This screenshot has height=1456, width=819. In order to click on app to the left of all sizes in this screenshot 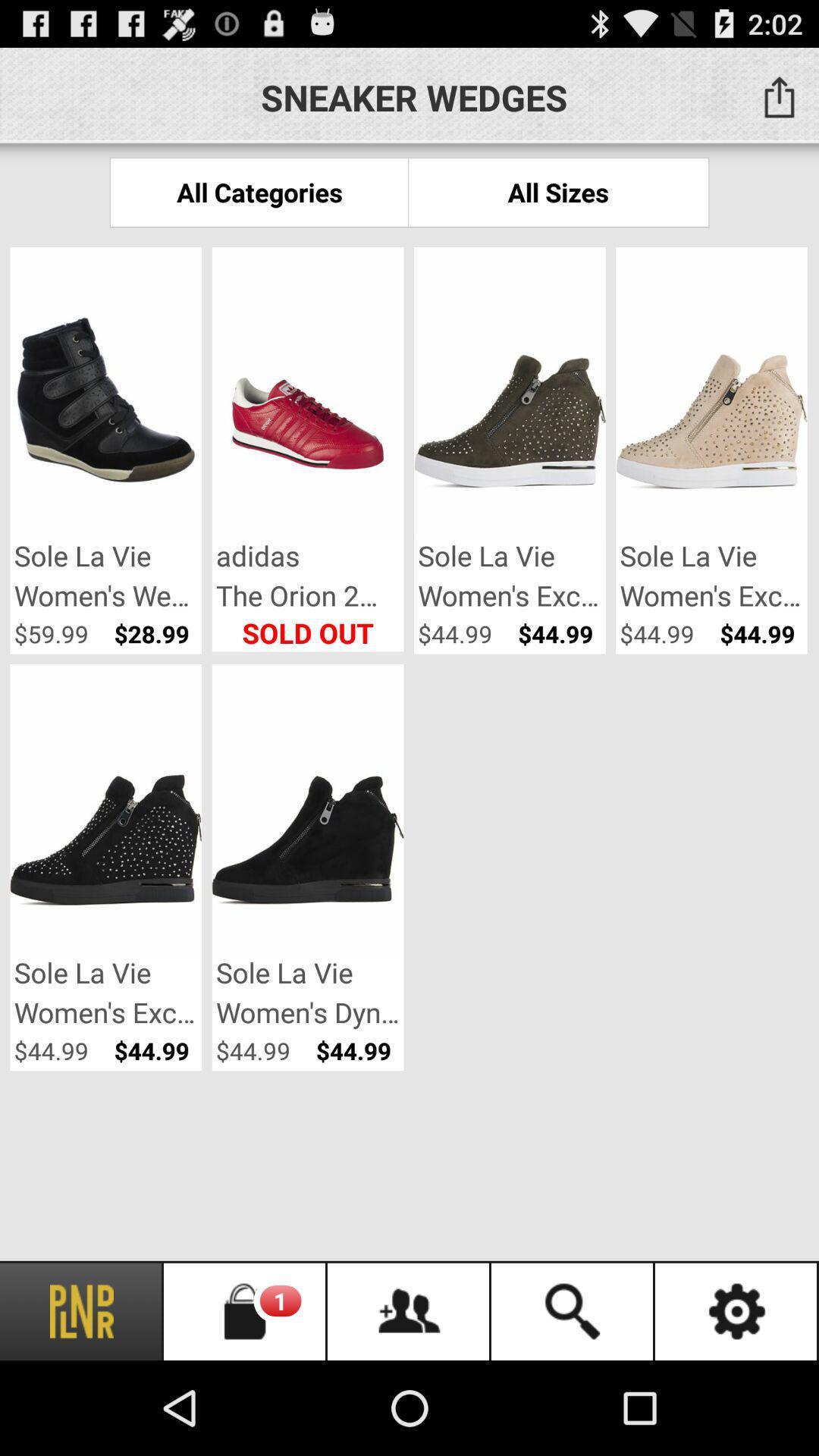, I will do `click(259, 191)`.